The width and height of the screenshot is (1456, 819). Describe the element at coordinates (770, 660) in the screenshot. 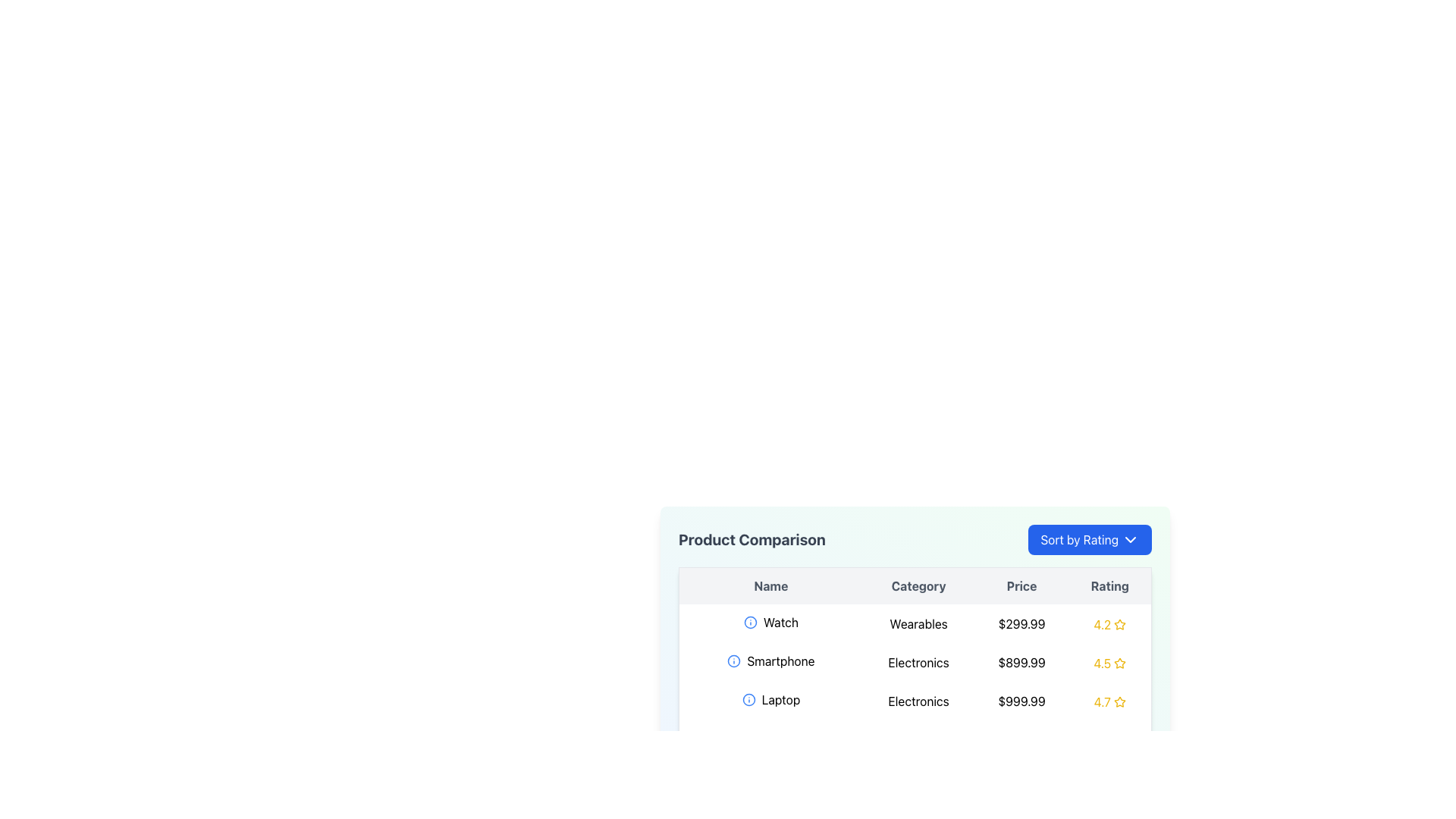

I see `the text label that contains the word 'Smartphone', which is centrally located in the second row of the table under the 'Name' column, adjacent to an informational icon on the left` at that location.